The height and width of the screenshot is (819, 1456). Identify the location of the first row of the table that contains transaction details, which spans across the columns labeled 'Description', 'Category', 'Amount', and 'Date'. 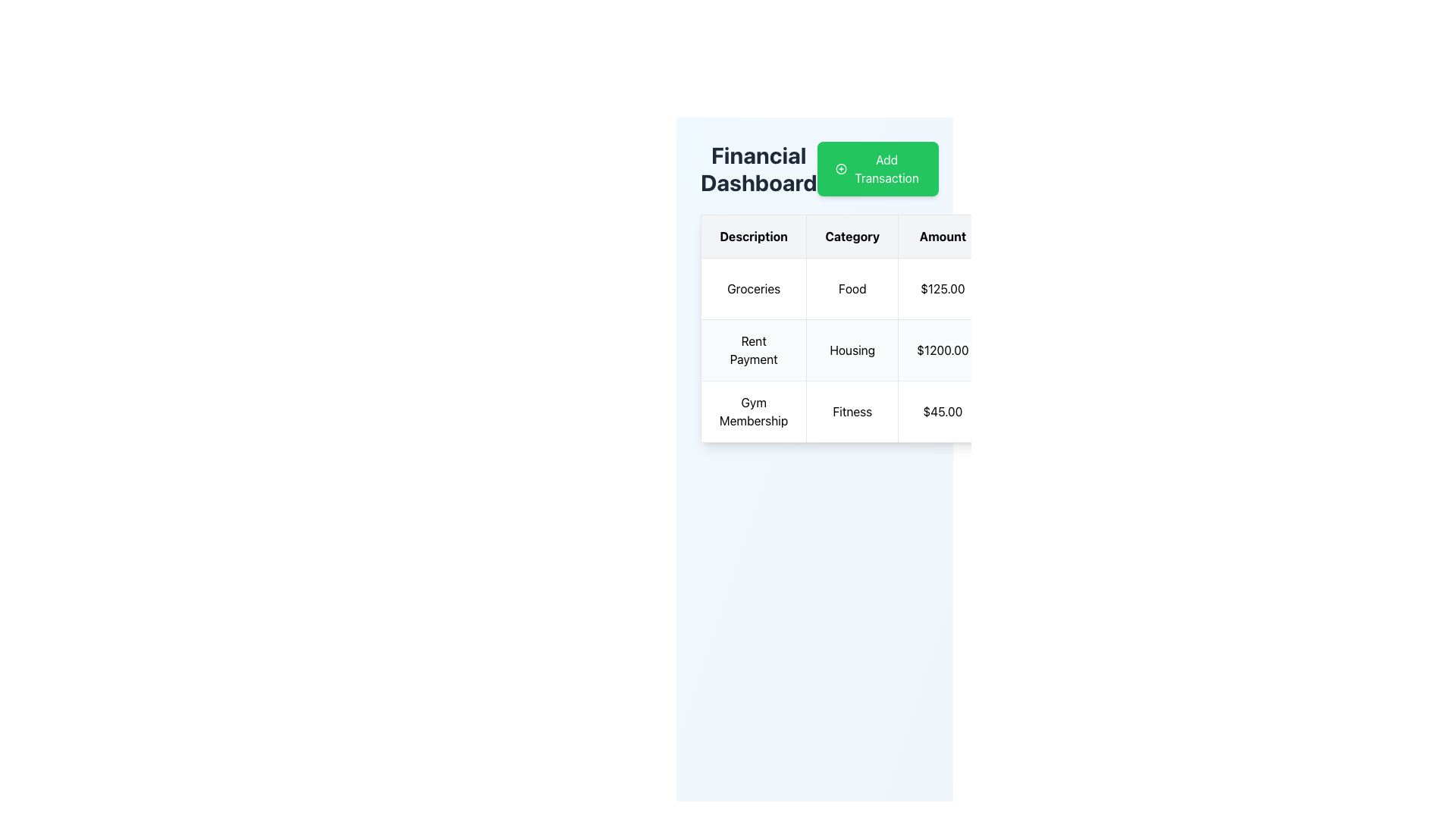
(927, 289).